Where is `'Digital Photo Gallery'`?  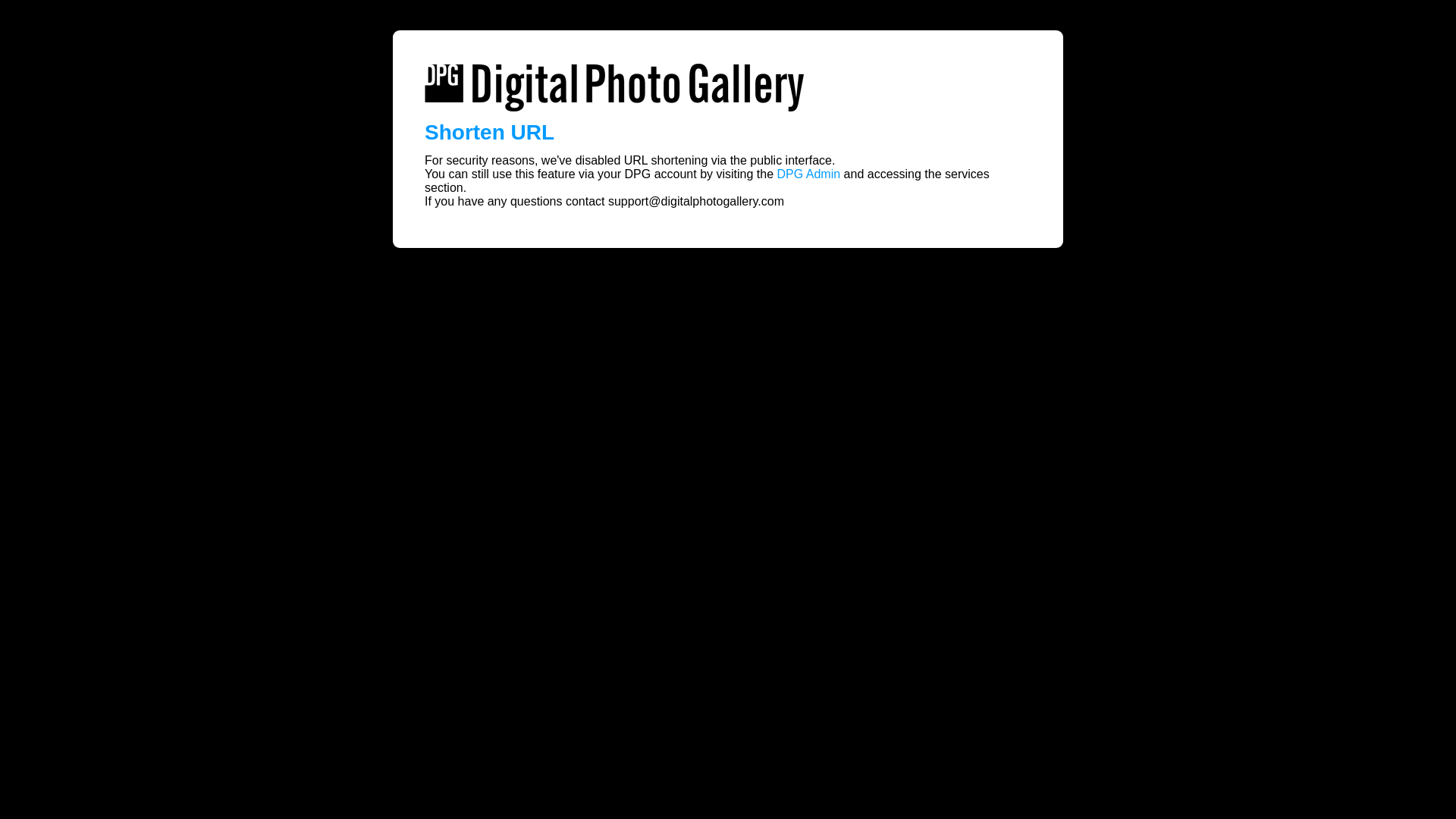
'Digital Photo Gallery' is located at coordinates (614, 87).